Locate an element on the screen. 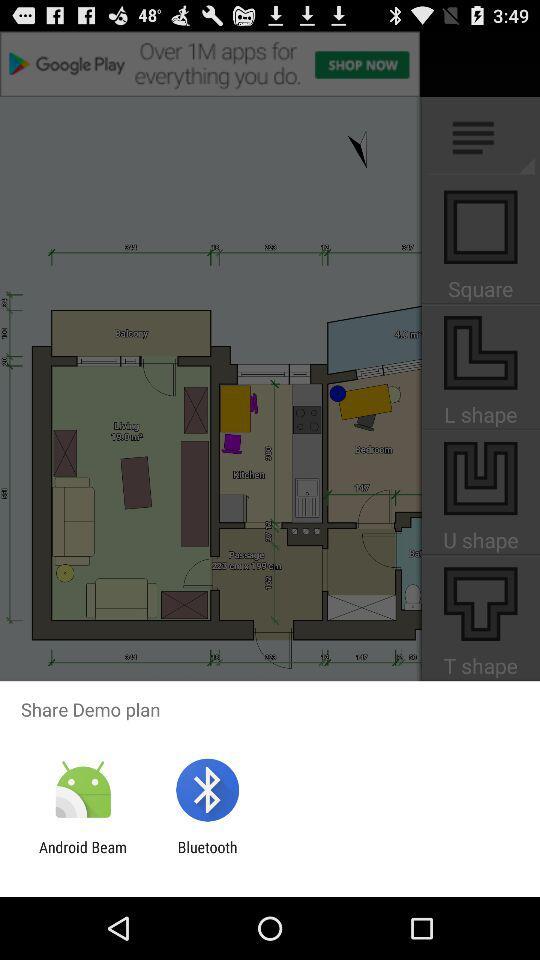  app next to bluetooth icon is located at coordinates (82, 855).